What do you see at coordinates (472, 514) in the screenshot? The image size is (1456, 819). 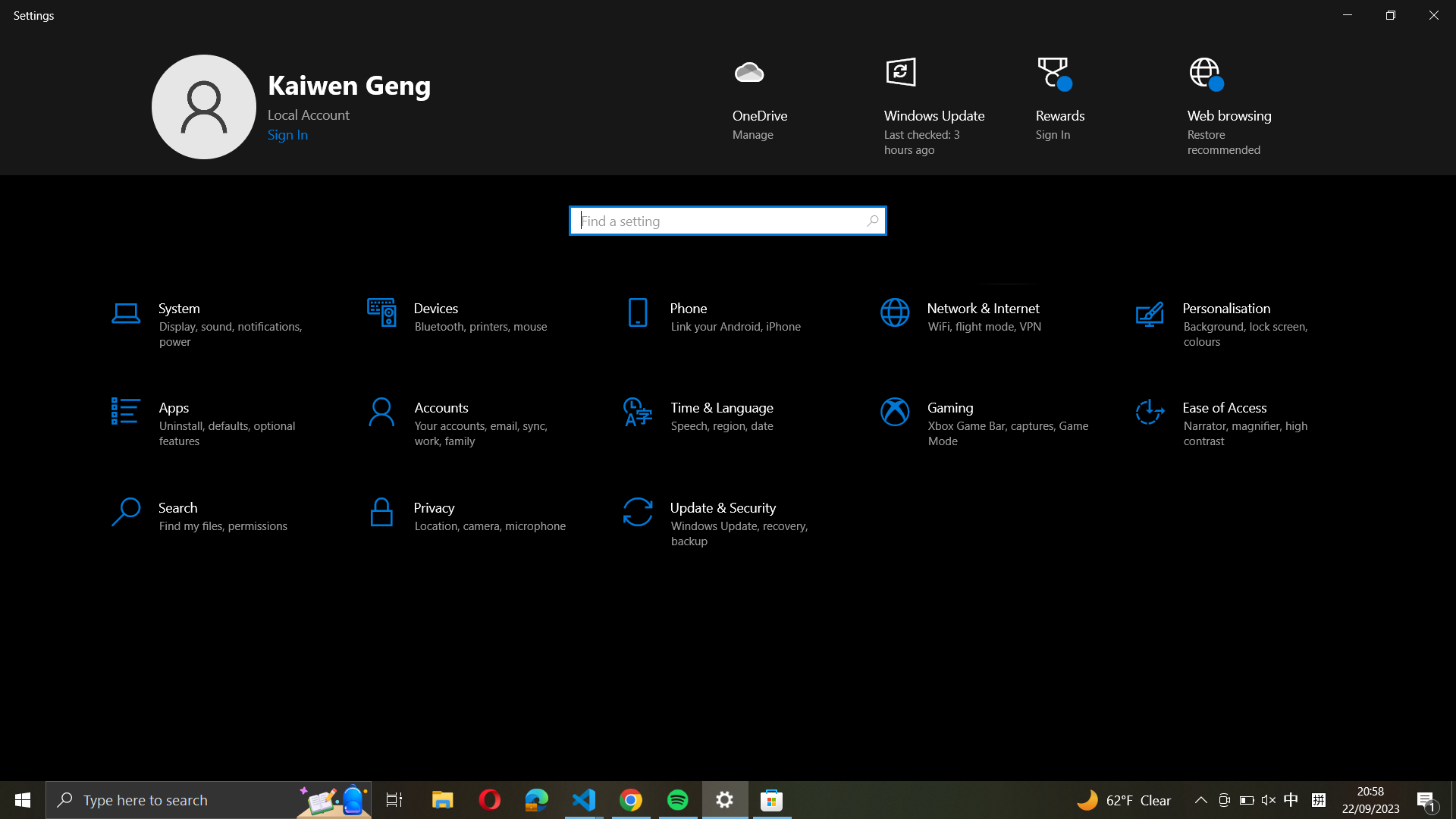 I see `Utilize the final row button to alter settings of the microphone` at bounding box center [472, 514].